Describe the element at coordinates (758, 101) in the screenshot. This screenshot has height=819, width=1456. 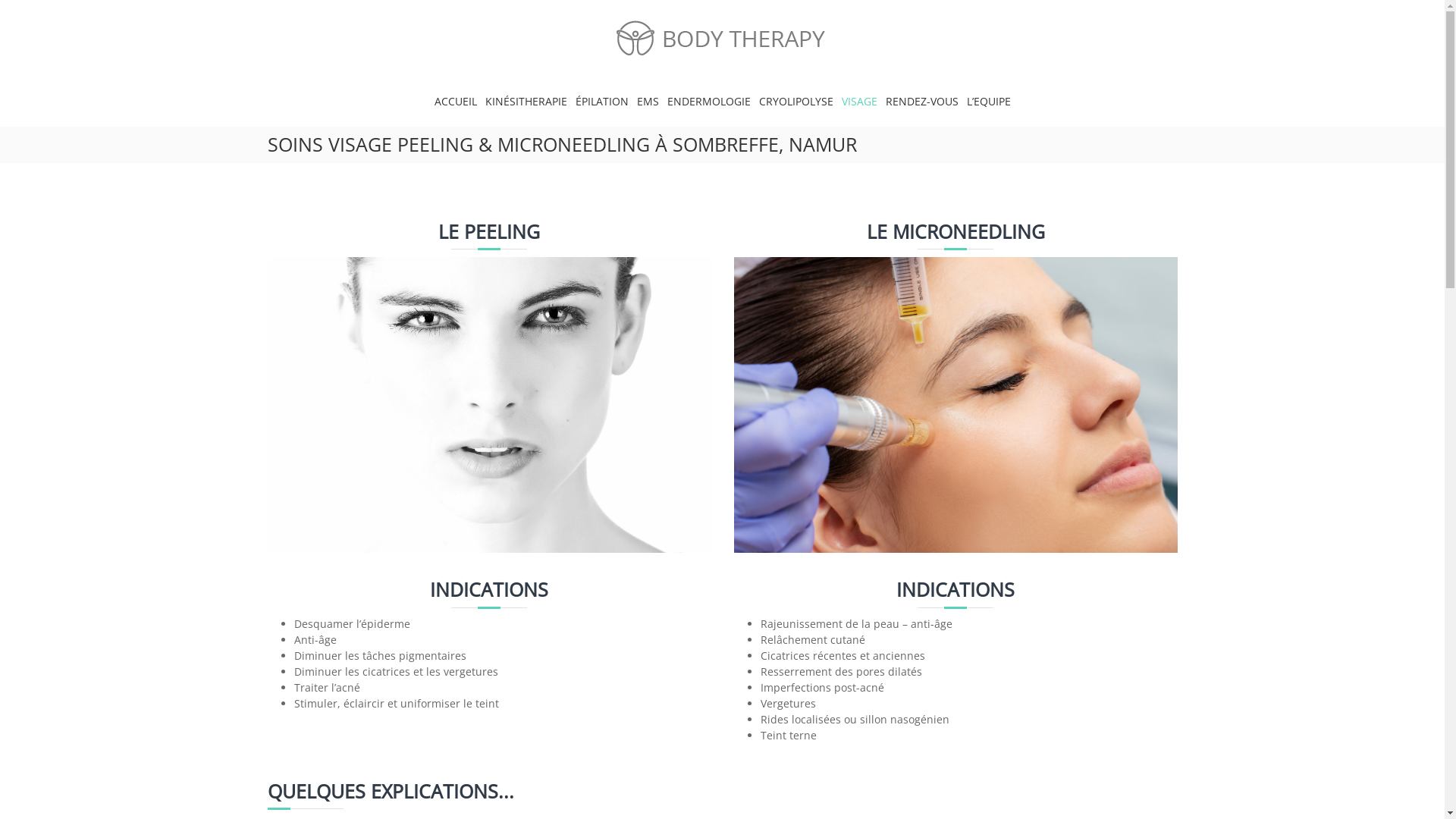
I see `'CRYOLIPOLYSE'` at that location.